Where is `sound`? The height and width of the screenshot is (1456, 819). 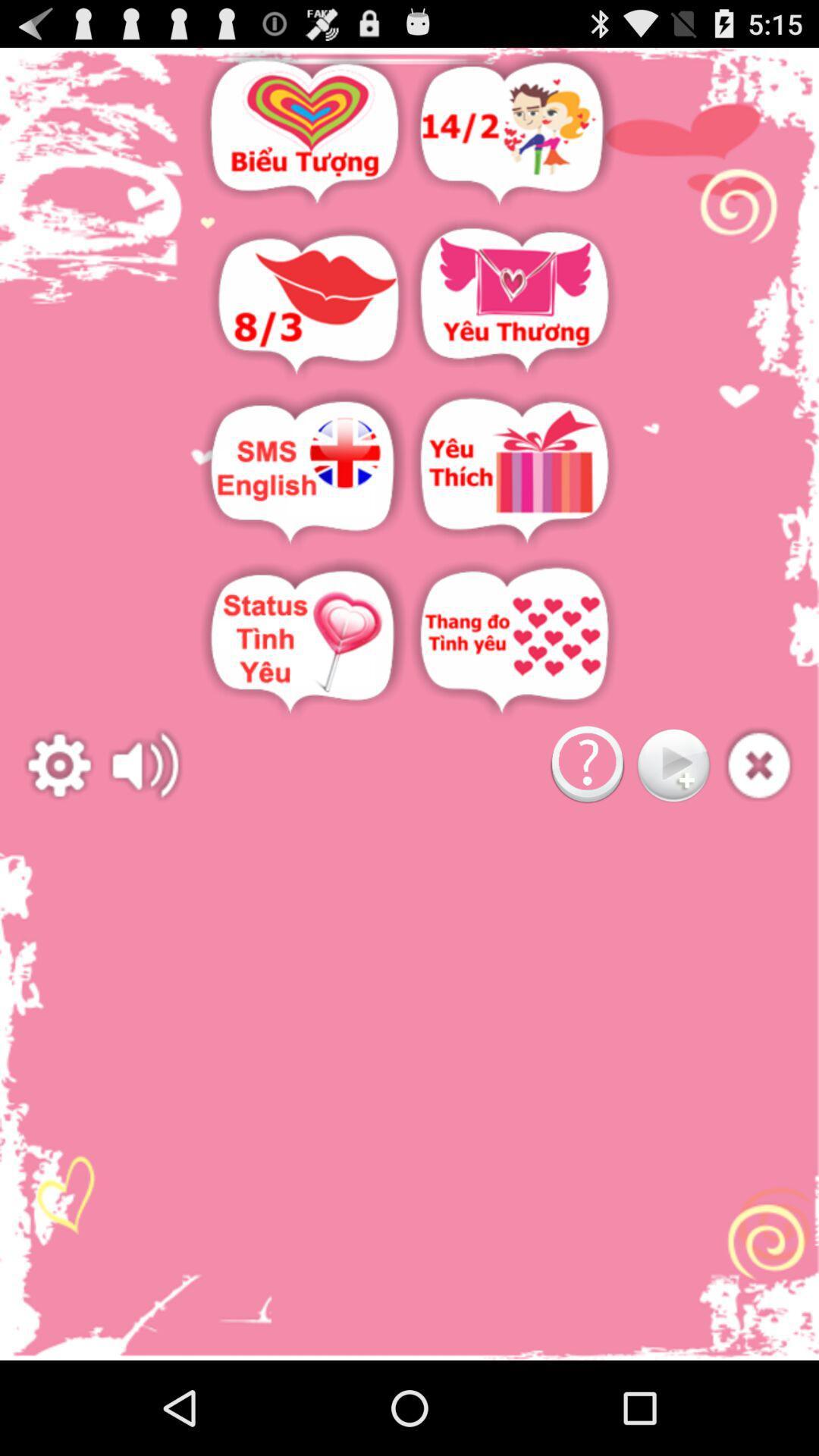
sound is located at coordinates (146, 765).